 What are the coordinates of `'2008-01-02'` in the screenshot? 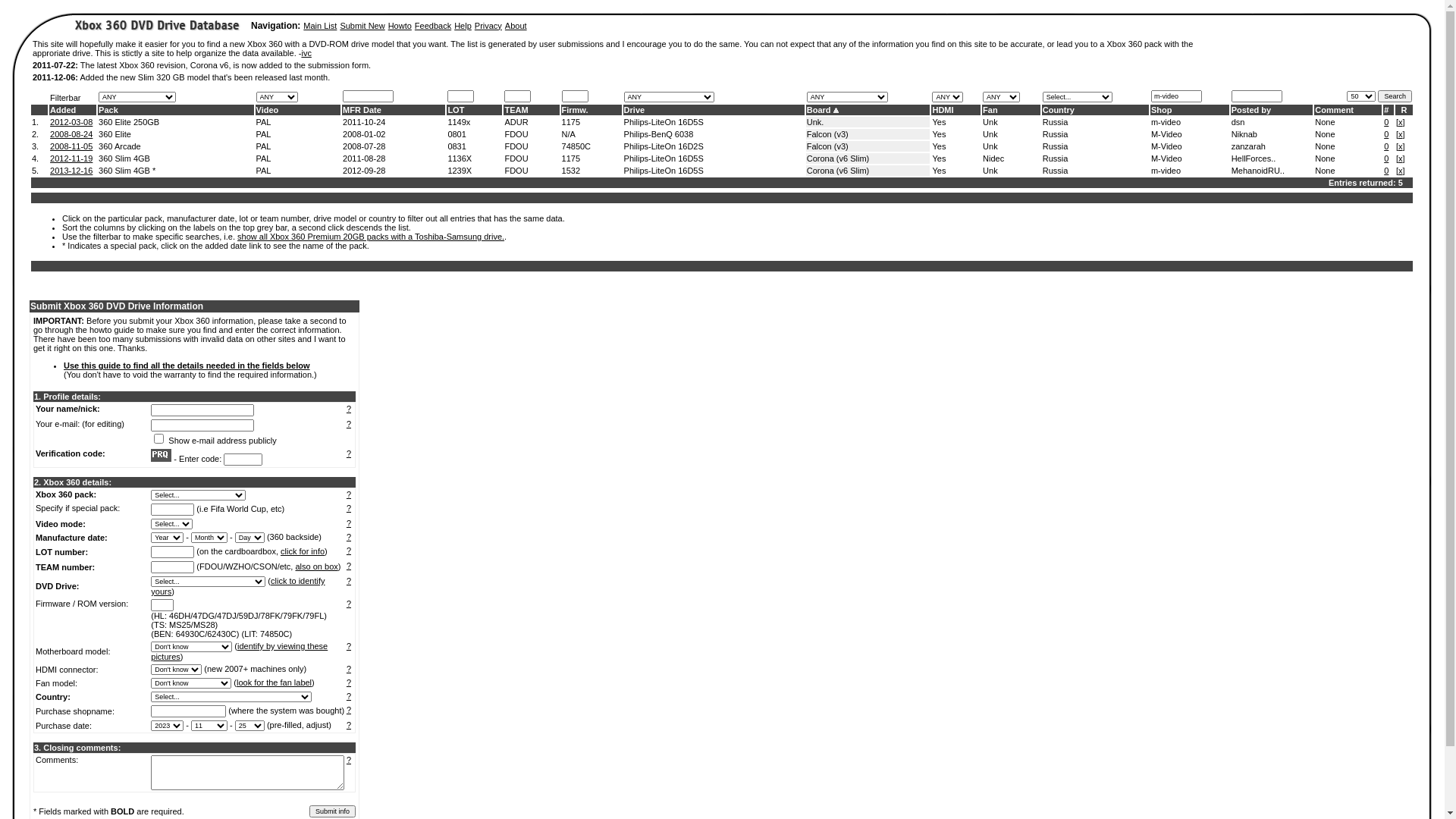 It's located at (364, 133).